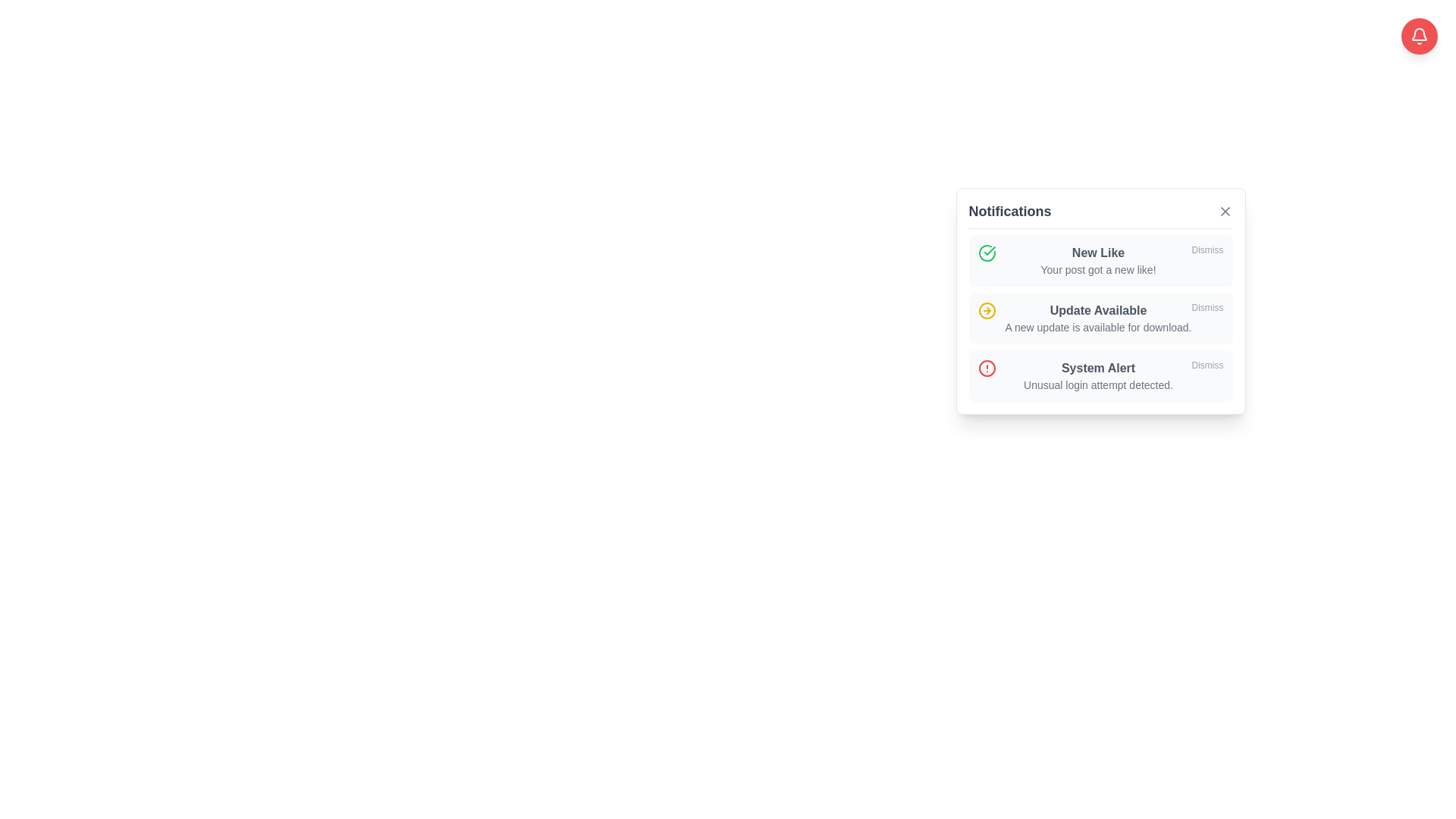  What do you see at coordinates (1098, 369) in the screenshot?
I see `the text label indicating a system alert for the notification, which is centrally positioned above the descriptive text 'Unusual login attempt detected.'` at bounding box center [1098, 369].